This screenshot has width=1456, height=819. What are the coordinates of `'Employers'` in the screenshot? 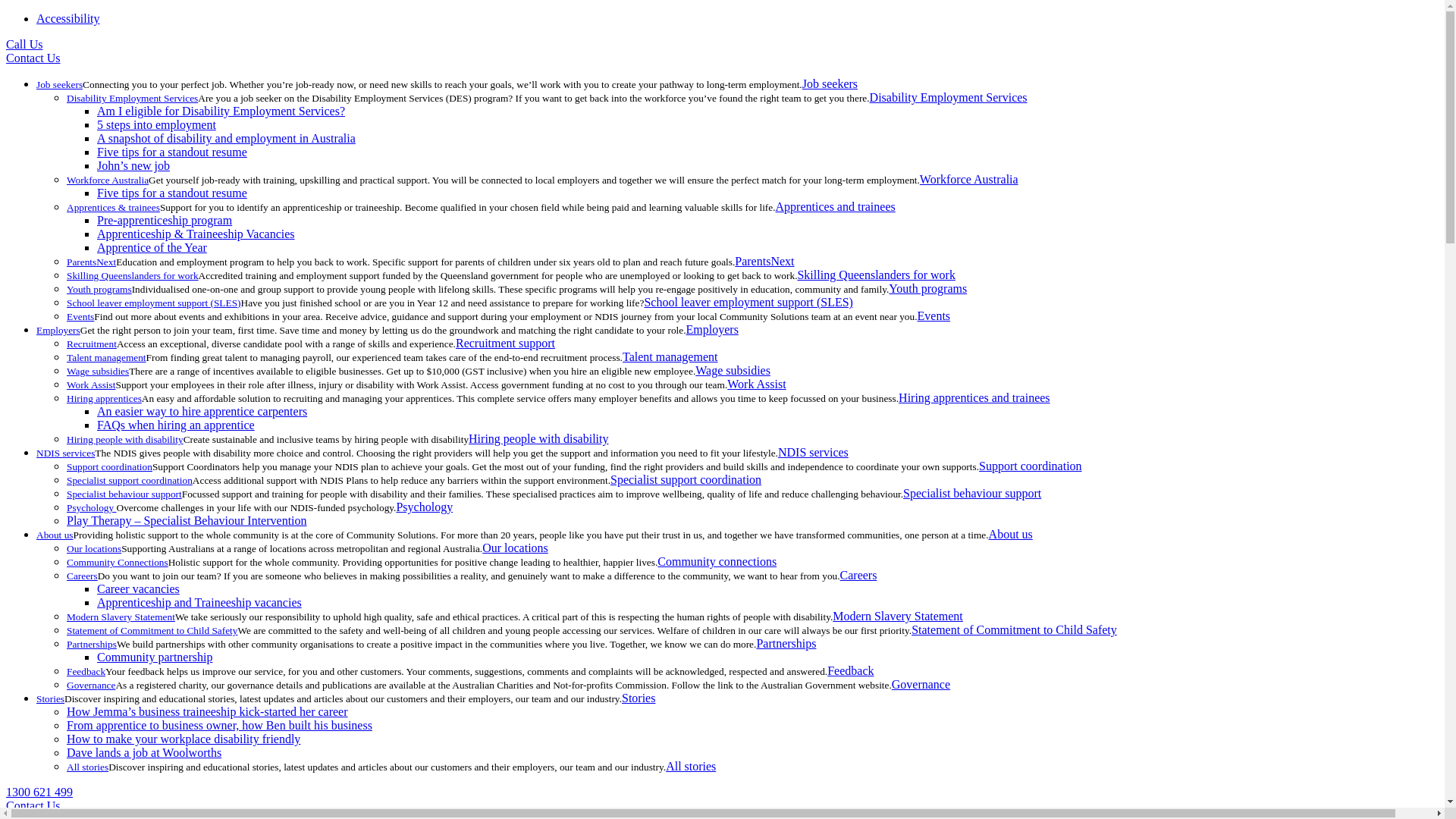 It's located at (58, 329).